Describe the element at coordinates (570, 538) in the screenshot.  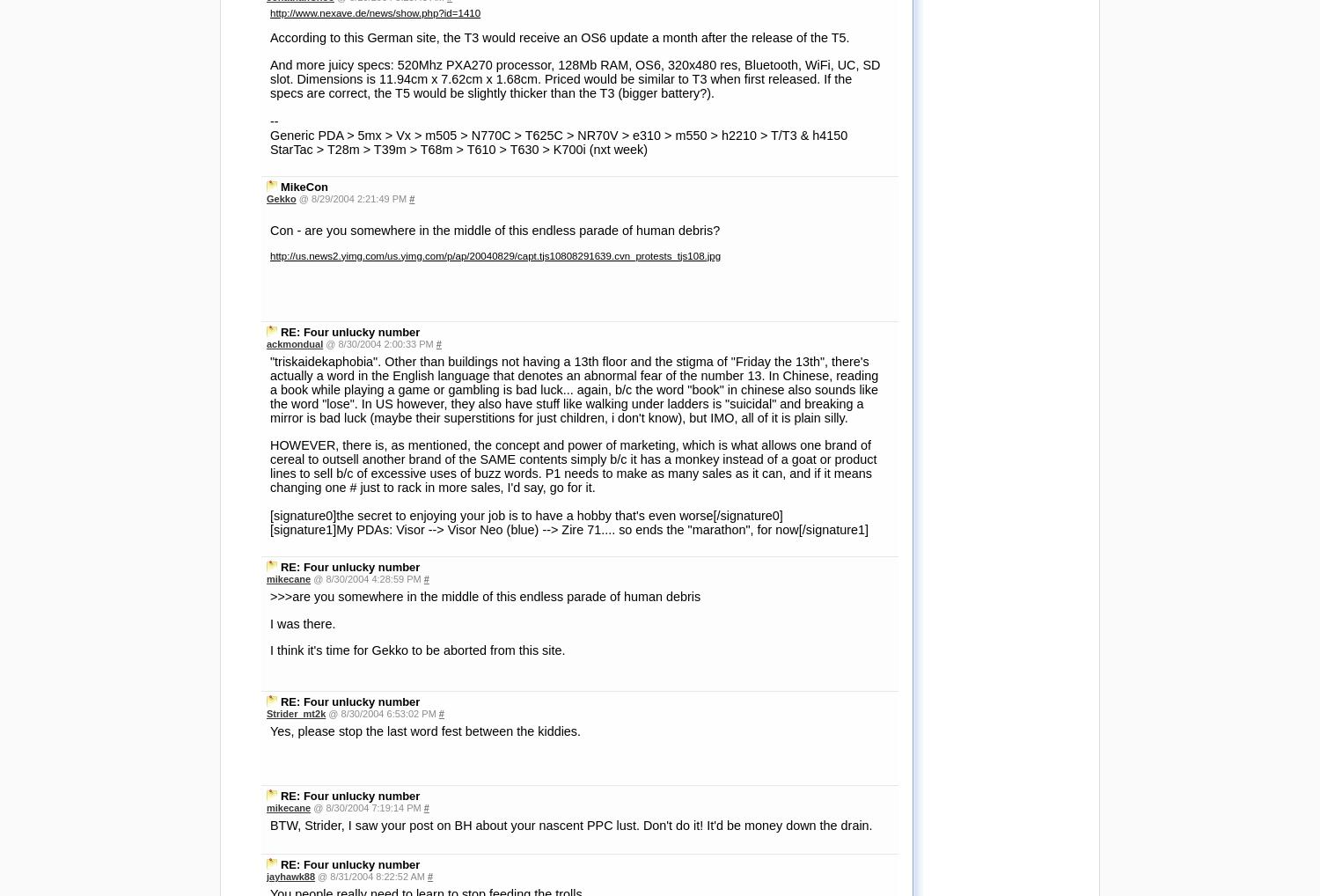
I see `'"Hey, Gekko, about 200 of your FELLOW CITIZENS got arrested last night in the New New York City Police State because they DARED to want to ride BICYCLES past the convention site. Doesn't that just warm the ****les of your dictatorial heart?'` at that location.